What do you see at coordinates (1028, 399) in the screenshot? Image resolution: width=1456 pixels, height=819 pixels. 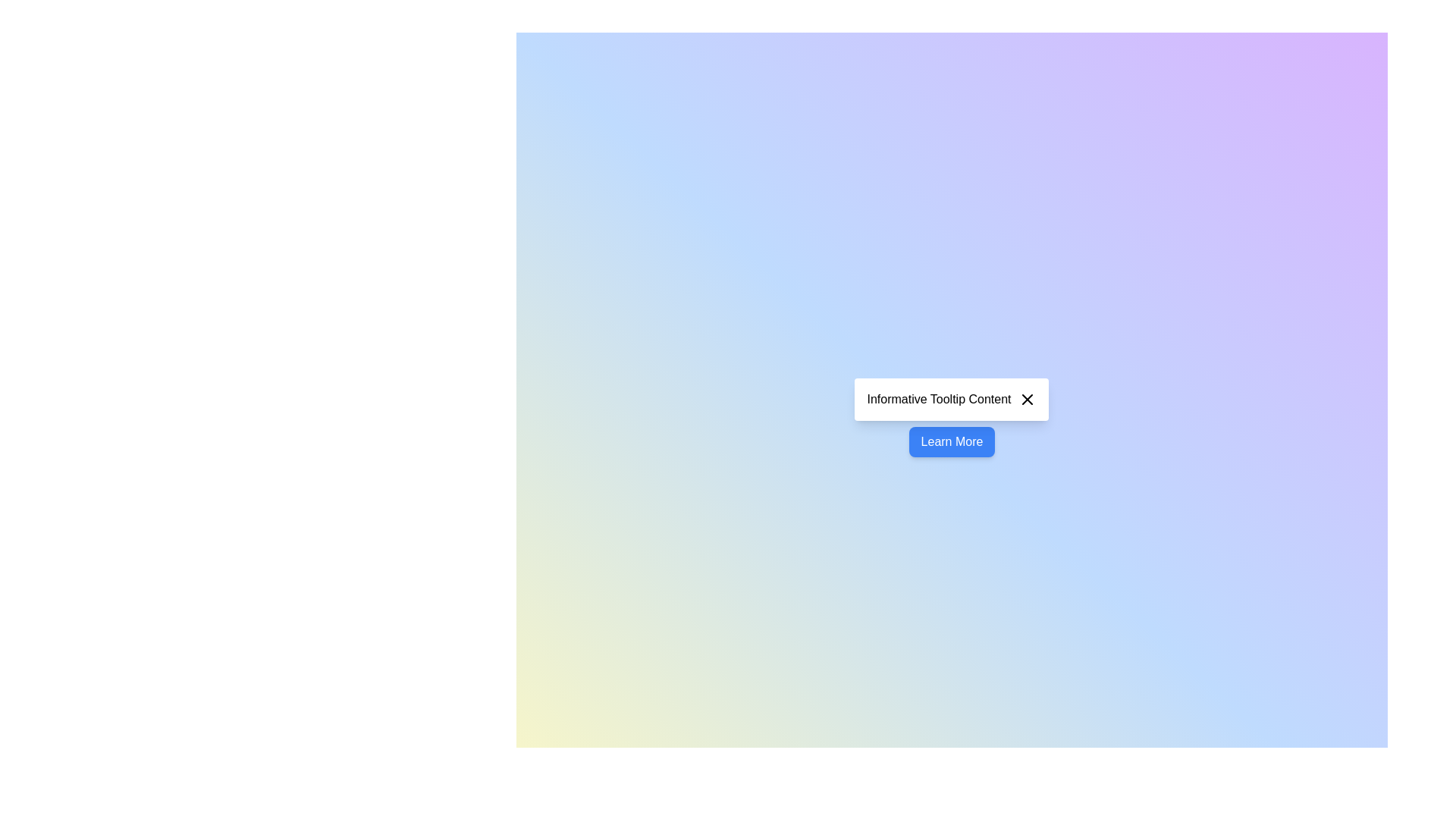 I see `the Close Button icon represented by a diagonal cross 'X' shape within an SVG component, located in the top right corner of the tooltip box adjacent to the label 'Informative Tooltip Content'` at bounding box center [1028, 399].